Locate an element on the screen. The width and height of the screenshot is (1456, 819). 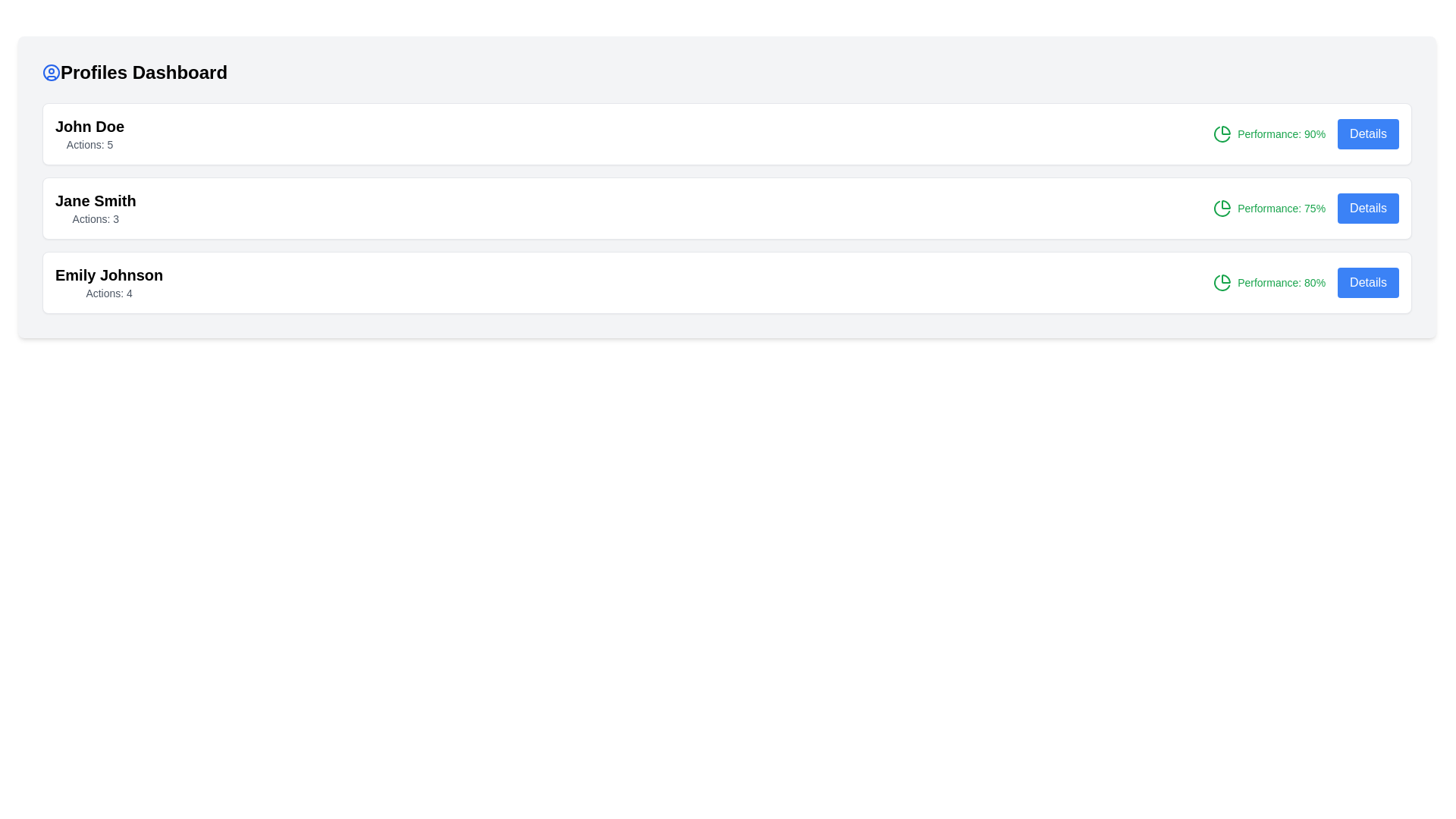
the text label that displays the count of actions for the 'John Doe' profile, which is located directly below the 'John Doe' label in the top-left section of the dashboard layout is located at coordinates (89, 145).